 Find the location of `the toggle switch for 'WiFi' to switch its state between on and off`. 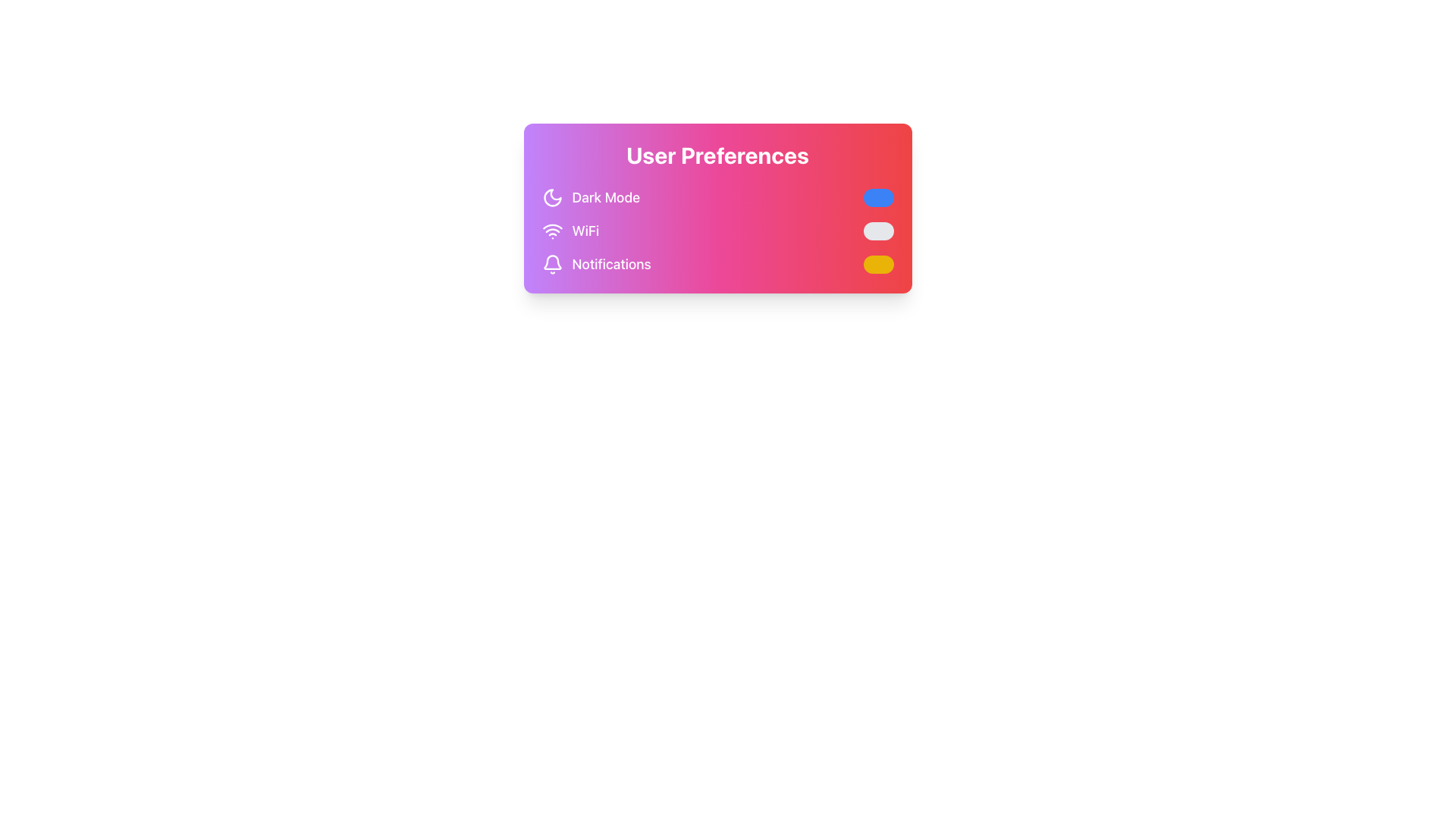

the toggle switch for 'WiFi' to switch its state between on and off is located at coordinates (878, 231).